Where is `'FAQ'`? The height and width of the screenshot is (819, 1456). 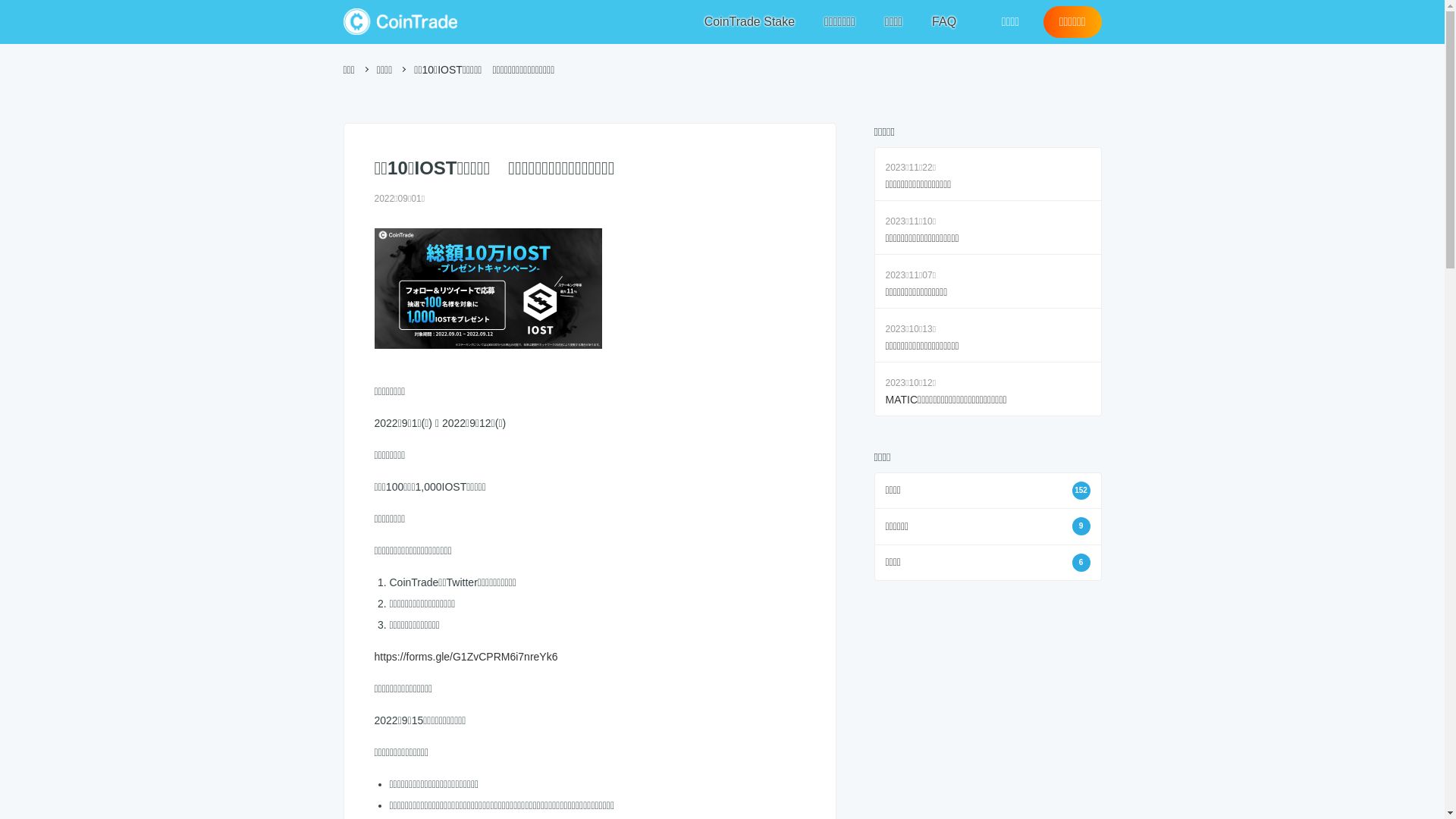
'FAQ' is located at coordinates (943, 22).